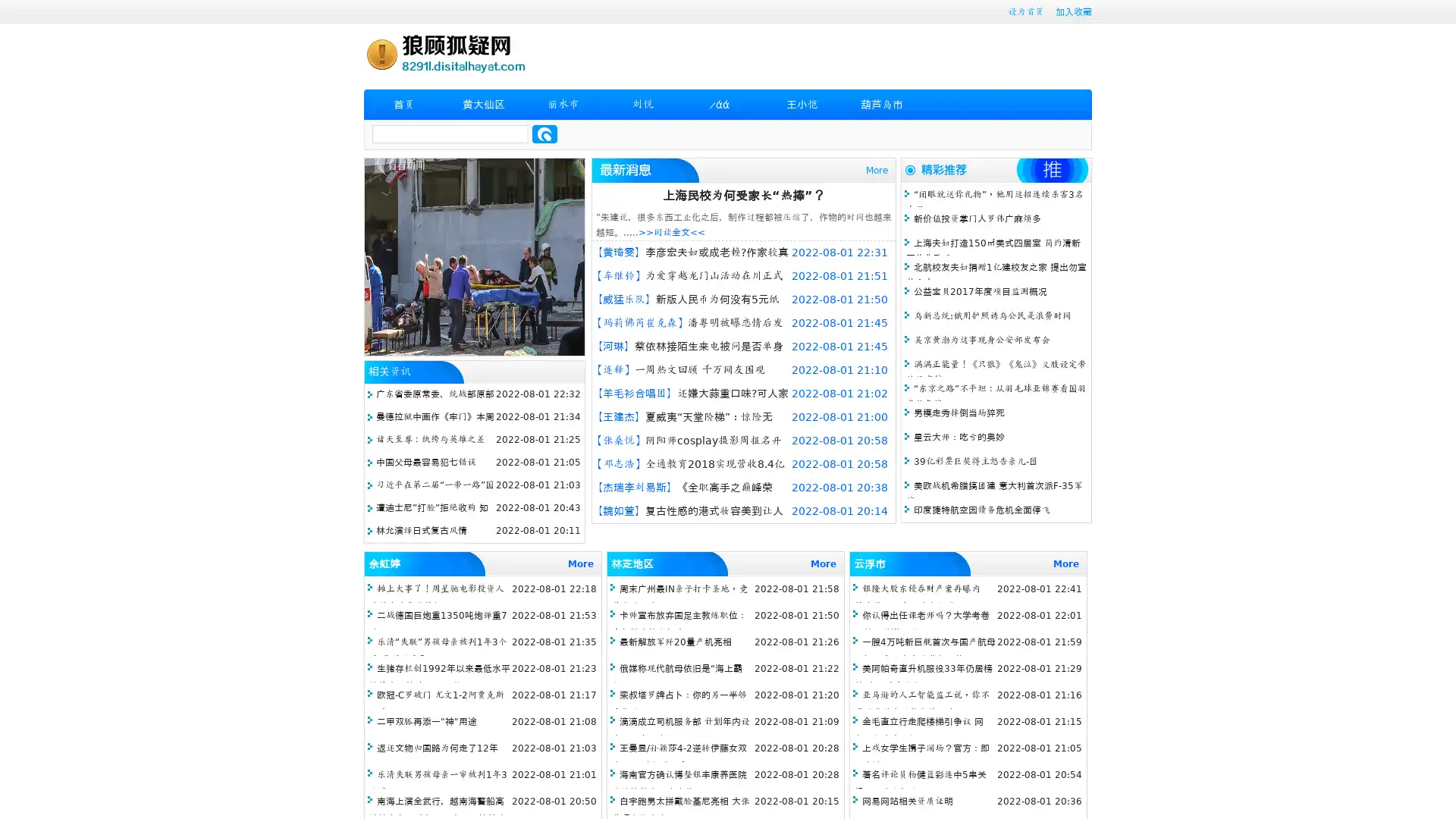  Describe the element at coordinates (544, 133) in the screenshot. I see `Search` at that location.